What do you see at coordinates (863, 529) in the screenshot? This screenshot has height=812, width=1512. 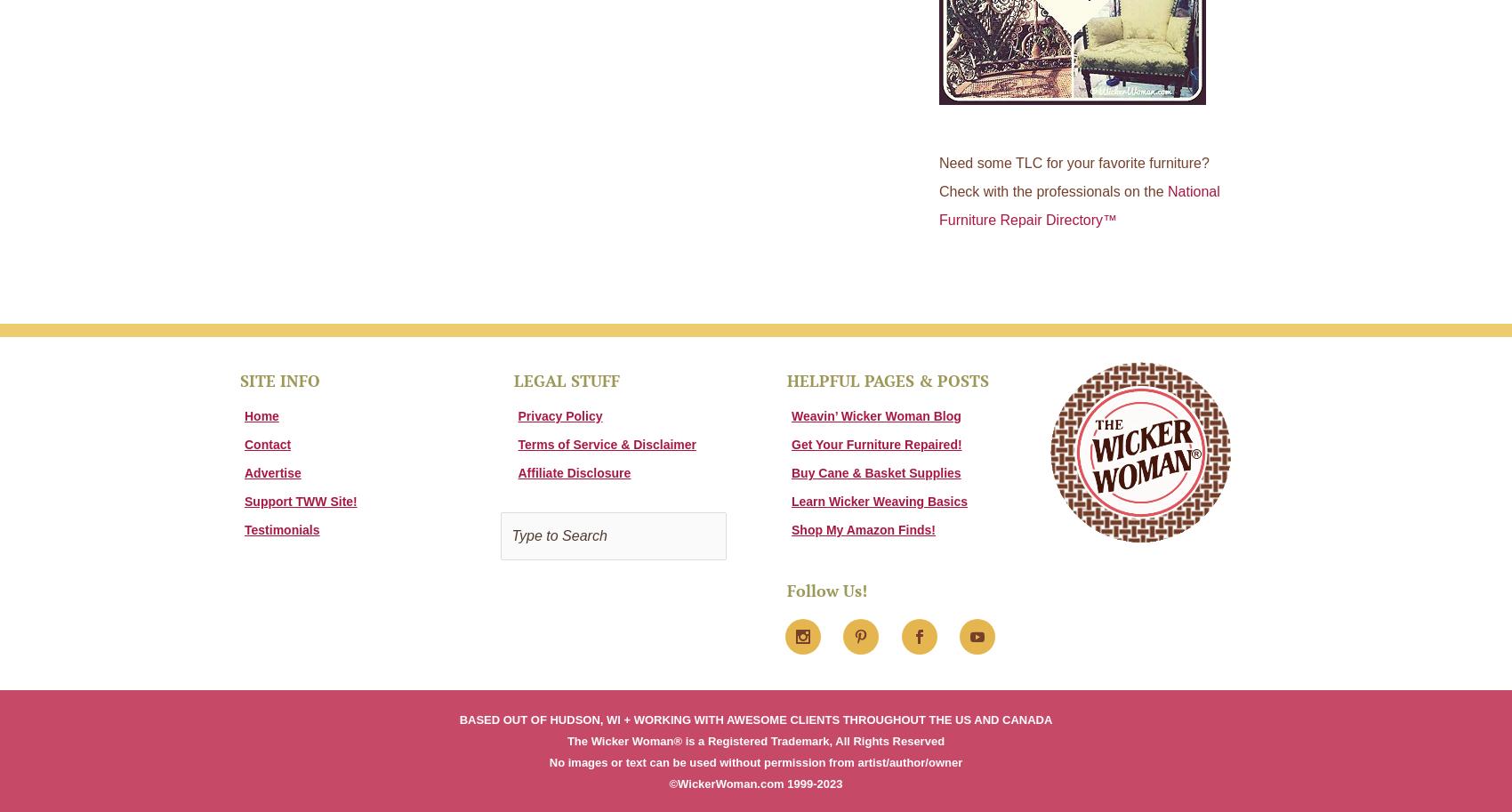 I see `'Shop My Amazon Finds!'` at bounding box center [863, 529].